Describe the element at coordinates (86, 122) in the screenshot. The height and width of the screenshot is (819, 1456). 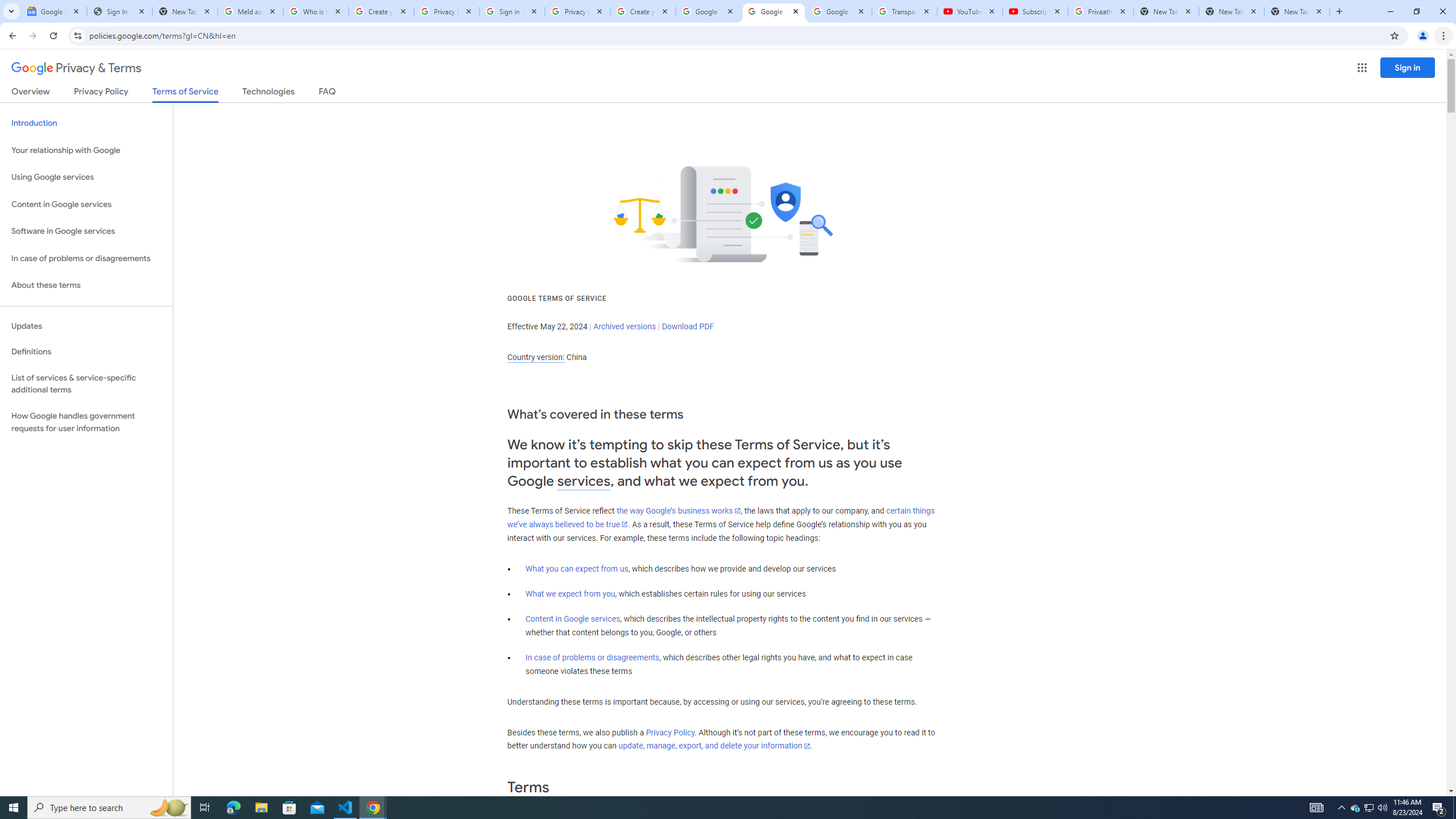
I see `'Introduction'` at that location.